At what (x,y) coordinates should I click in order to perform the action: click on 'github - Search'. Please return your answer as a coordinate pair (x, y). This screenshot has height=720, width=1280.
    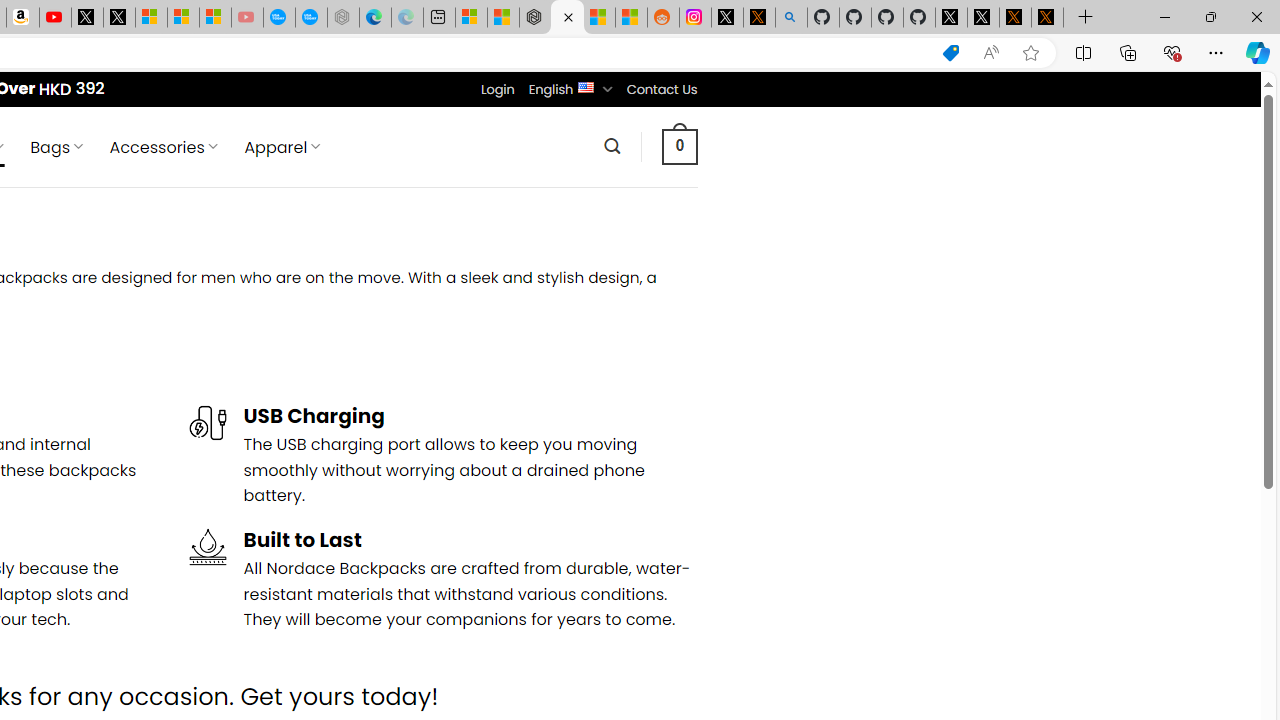
    Looking at the image, I should click on (790, 17).